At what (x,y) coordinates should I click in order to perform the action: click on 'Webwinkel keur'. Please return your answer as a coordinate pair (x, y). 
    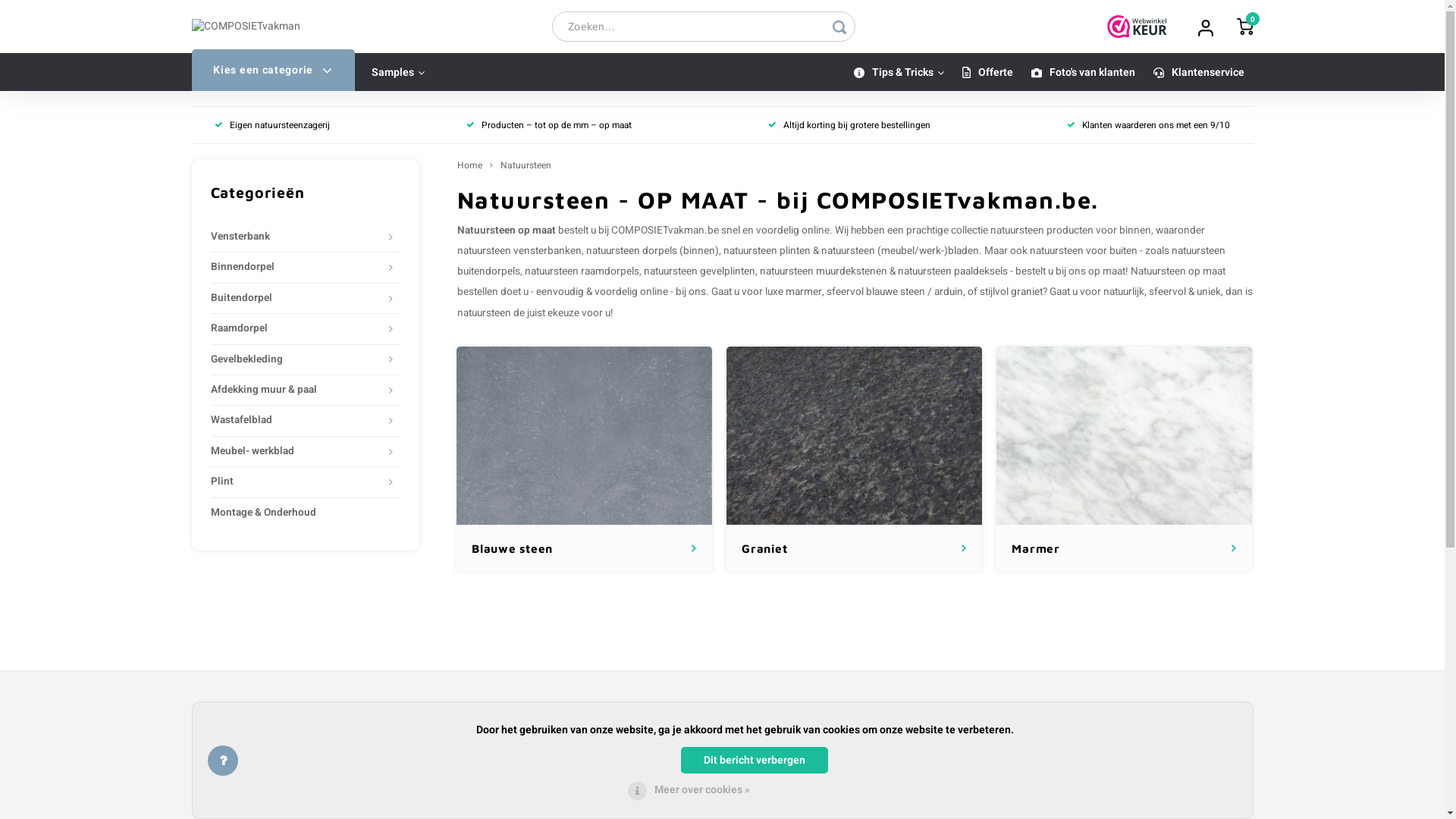
    Looking at the image, I should click on (1137, 26).